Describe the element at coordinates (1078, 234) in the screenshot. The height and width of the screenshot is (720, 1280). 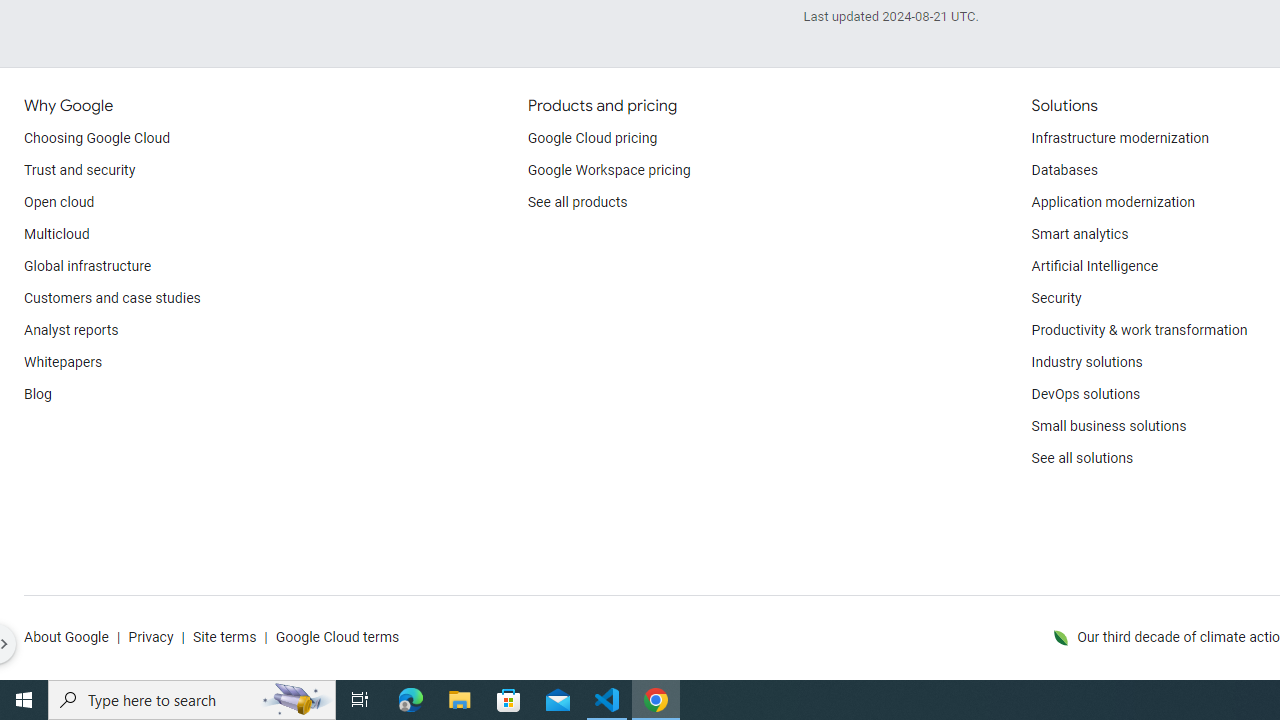
I see `'Smart analytics'` at that location.